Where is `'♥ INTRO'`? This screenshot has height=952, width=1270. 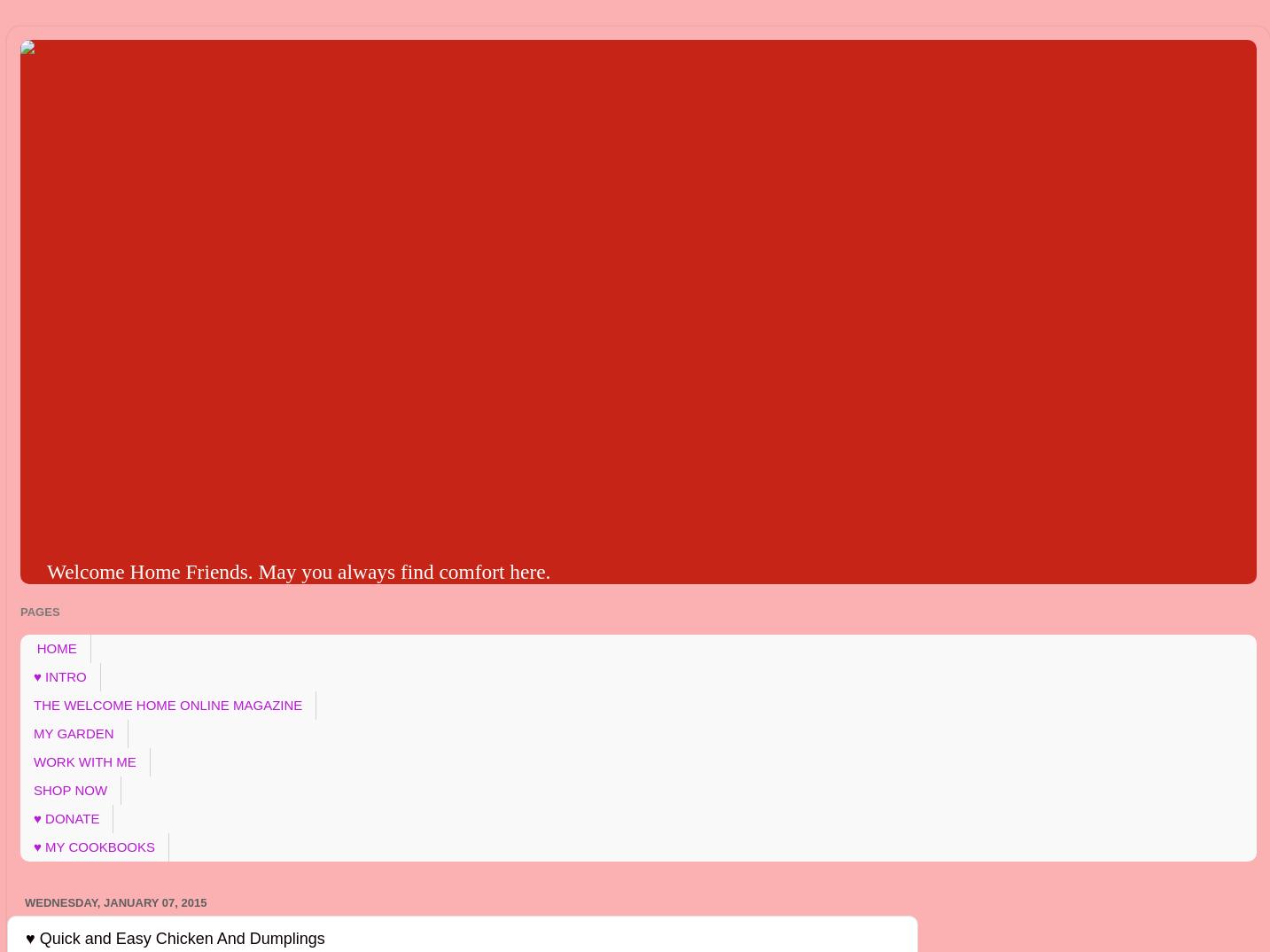
'♥ INTRO' is located at coordinates (32, 675).